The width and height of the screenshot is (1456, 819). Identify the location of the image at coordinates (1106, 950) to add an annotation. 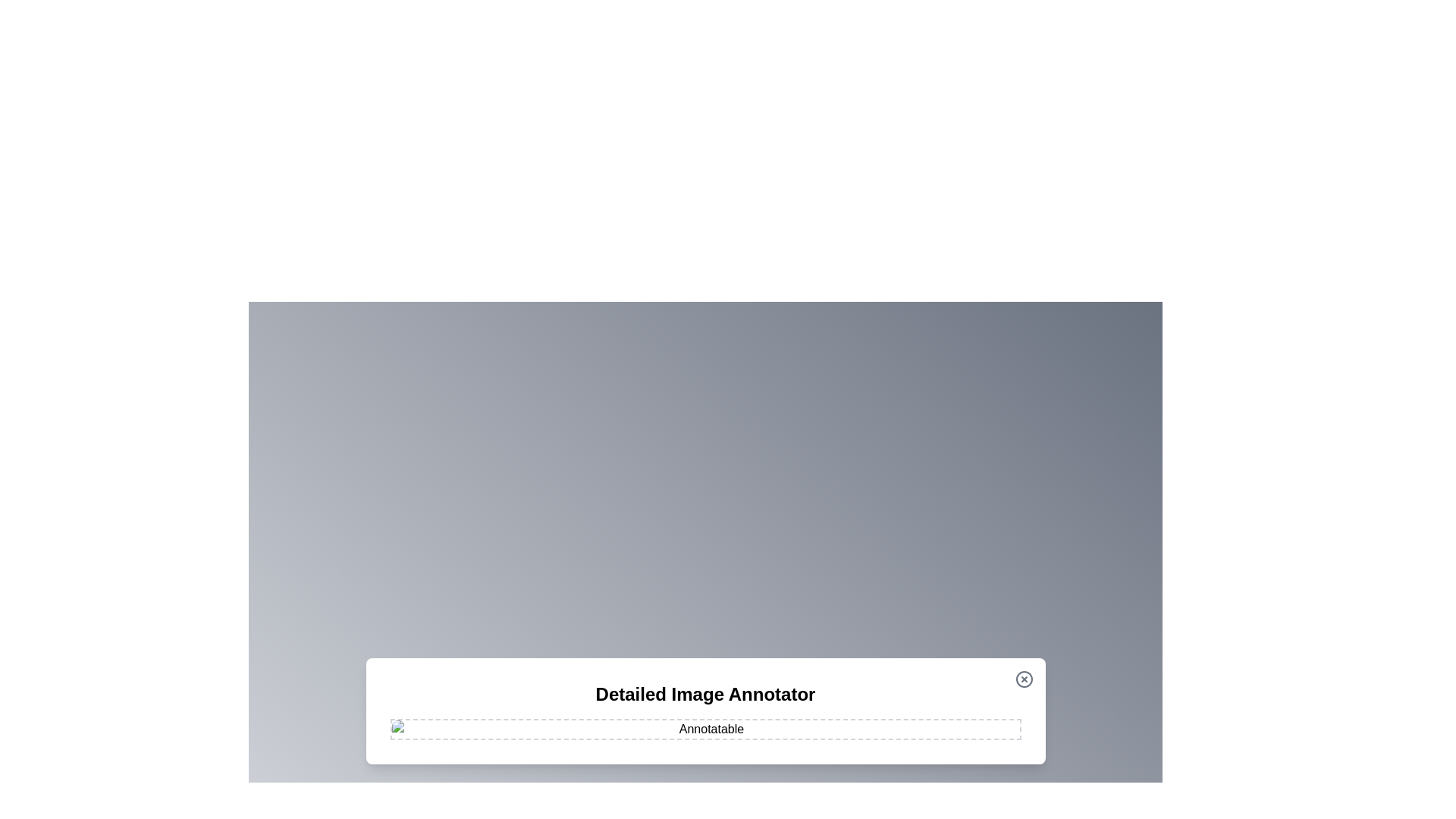
(837, 719).